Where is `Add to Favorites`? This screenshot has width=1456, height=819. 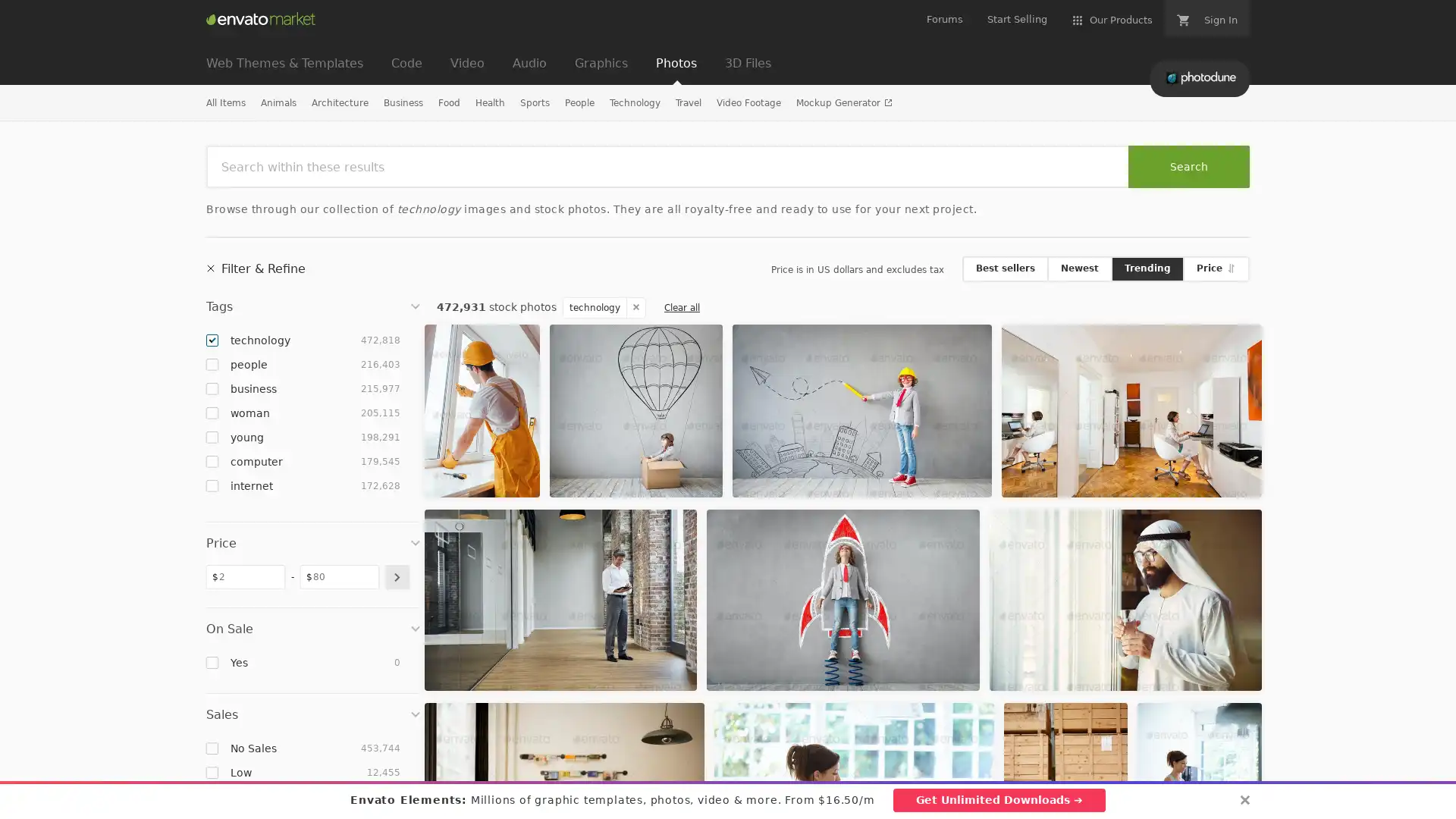
Add to Favorites is located at coordinates (1107, 721).